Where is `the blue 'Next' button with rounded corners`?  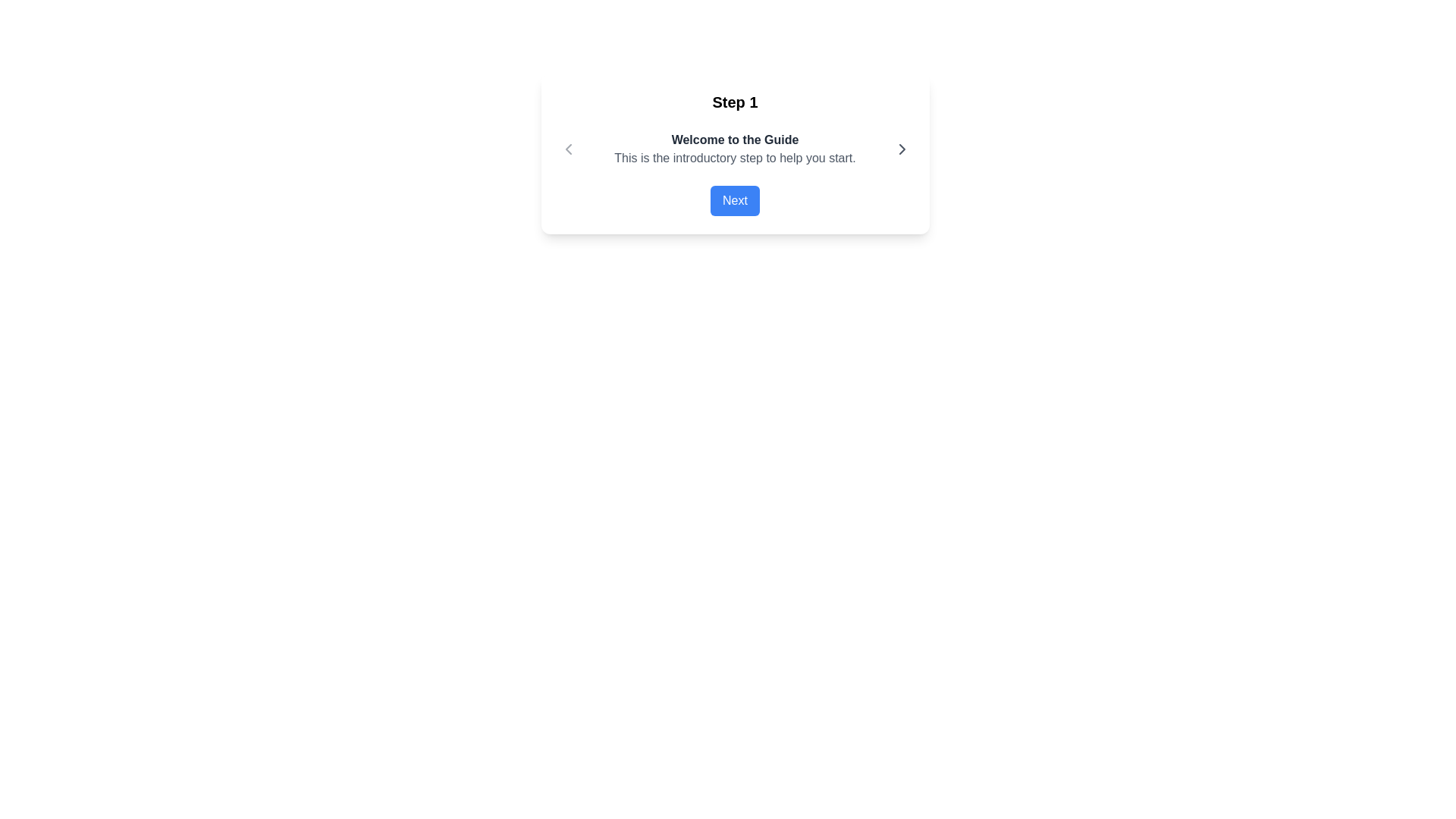
the blue 'Next' button with rounded corners is located at coordinates (735, 200).